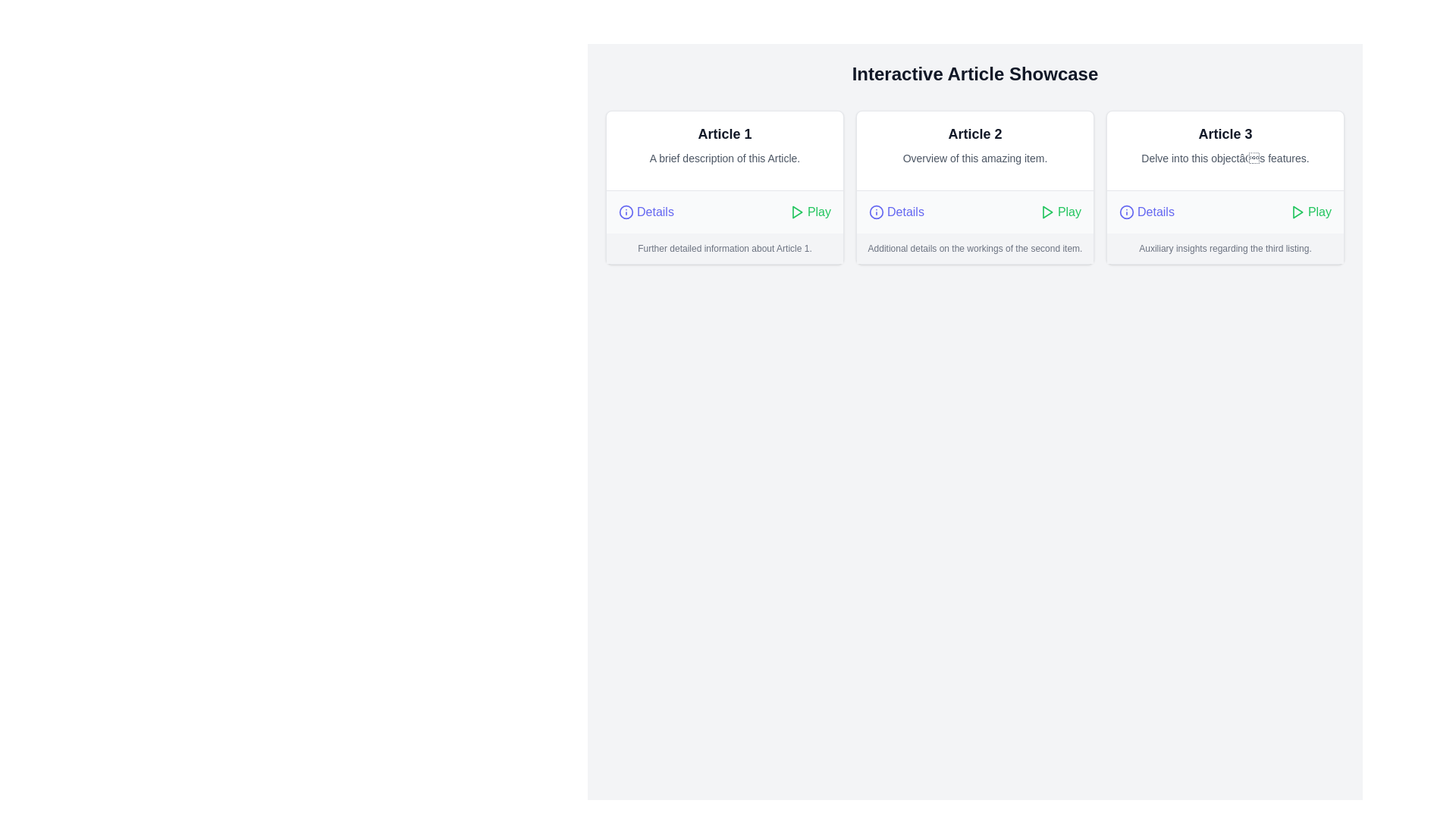 The width and height of the screenshot is (1456, 819). I want to click on the Decorative vector graphic (SVG) circle, so click(877, 212).